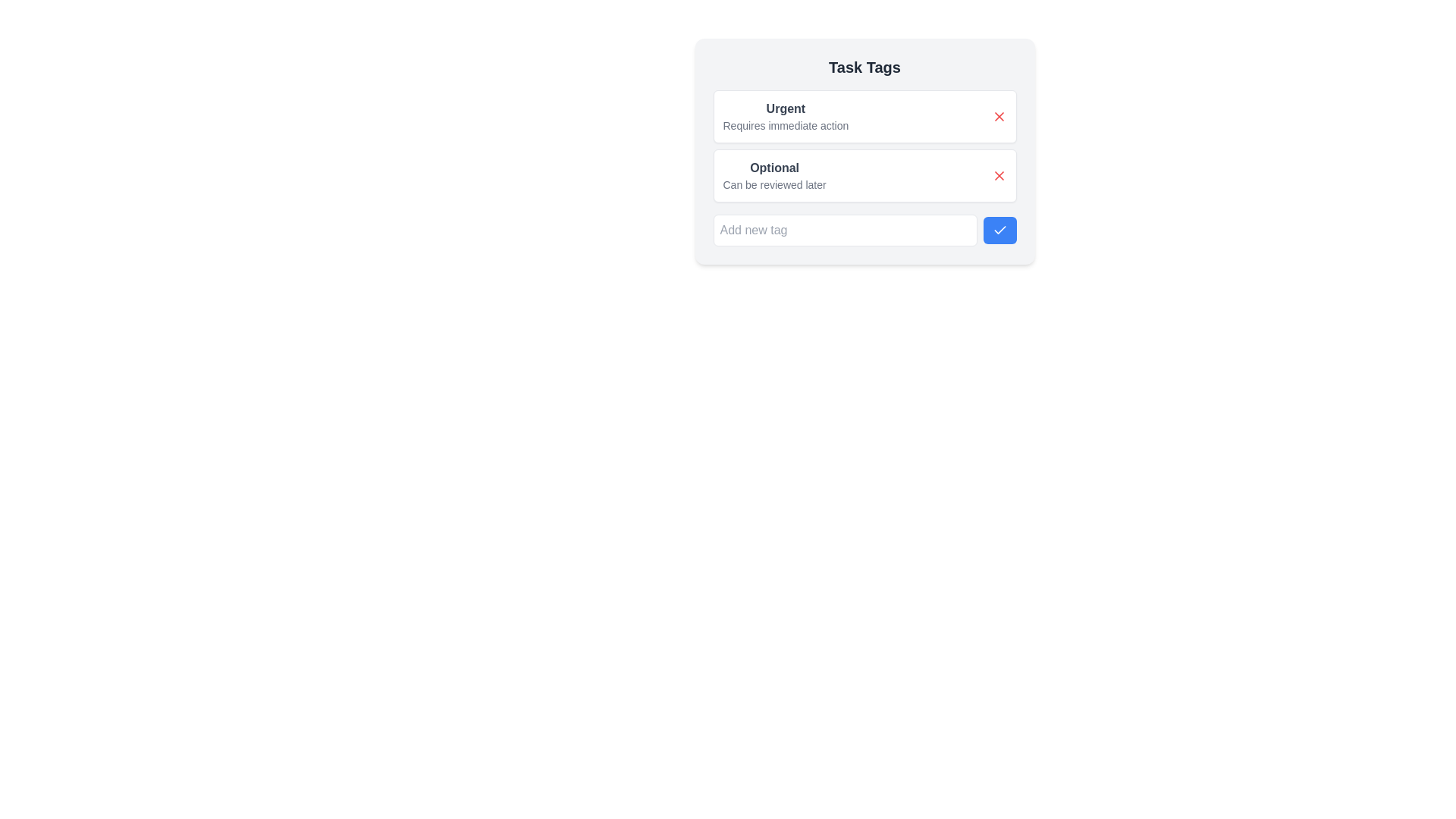 Image resolution: width=1456 pixels, height=819 pixels. What do you see at coordinates (999, 174) in the screenshot?
I see `the icon button located to the right of the 'Optional' label in the 'Task Tags' panel` at bounding box center [999, 174].